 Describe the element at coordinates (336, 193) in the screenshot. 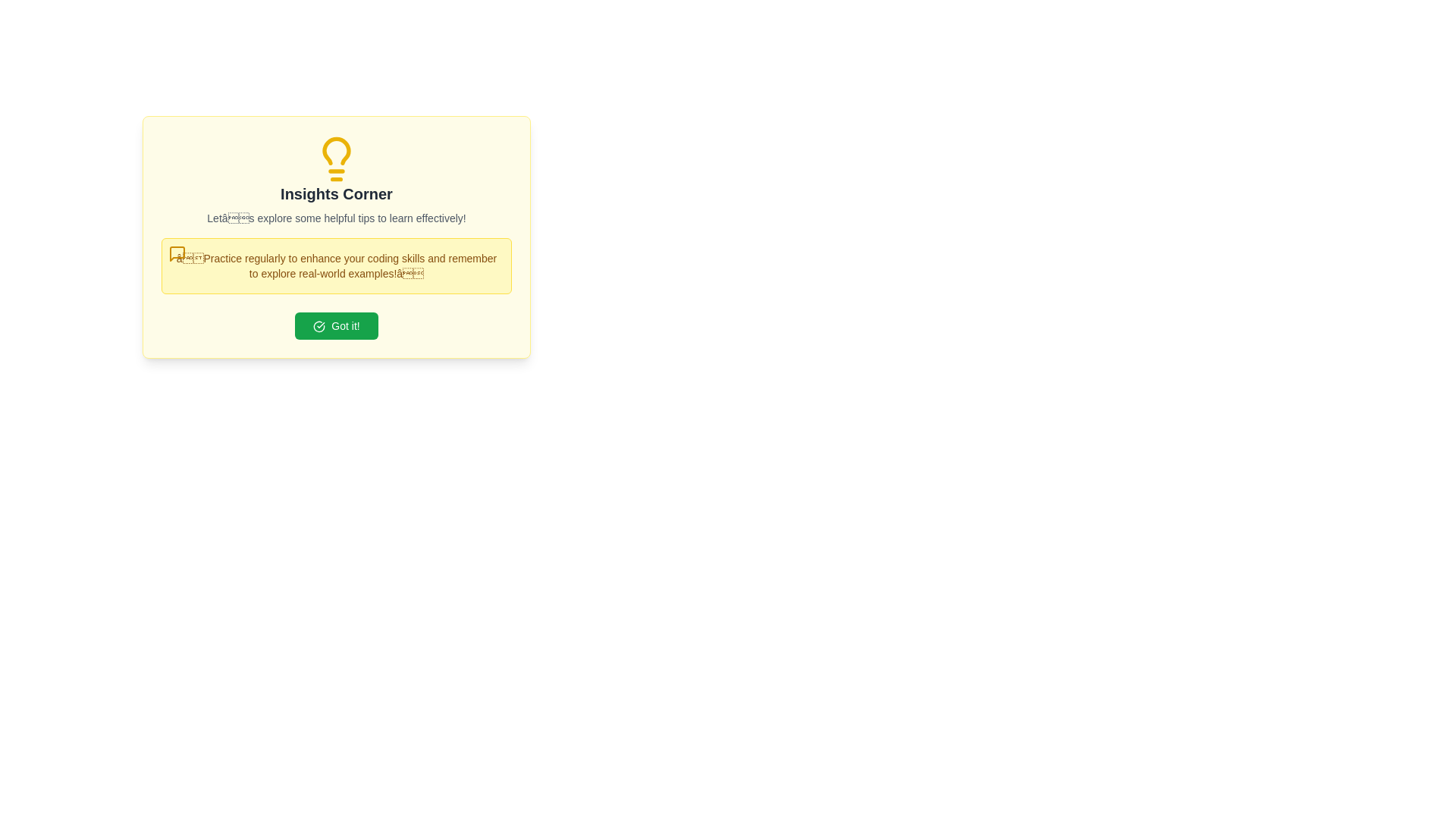

I see `the 'Insights Corner' label, which is a bold, large dark gray text element located below a lightbulb icon and above a smaller text paragraph` at that location.